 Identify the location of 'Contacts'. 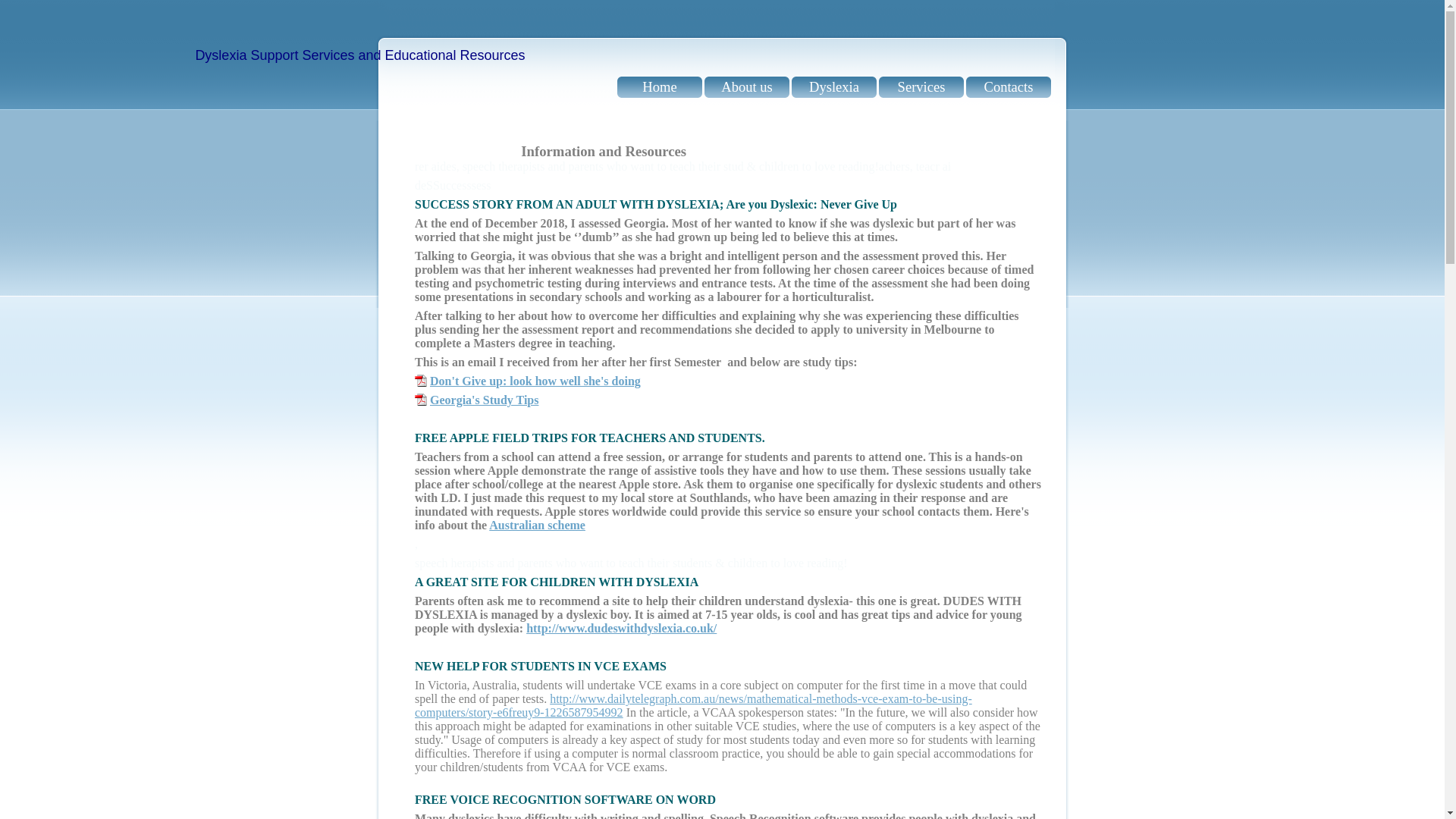
(1008, 87).